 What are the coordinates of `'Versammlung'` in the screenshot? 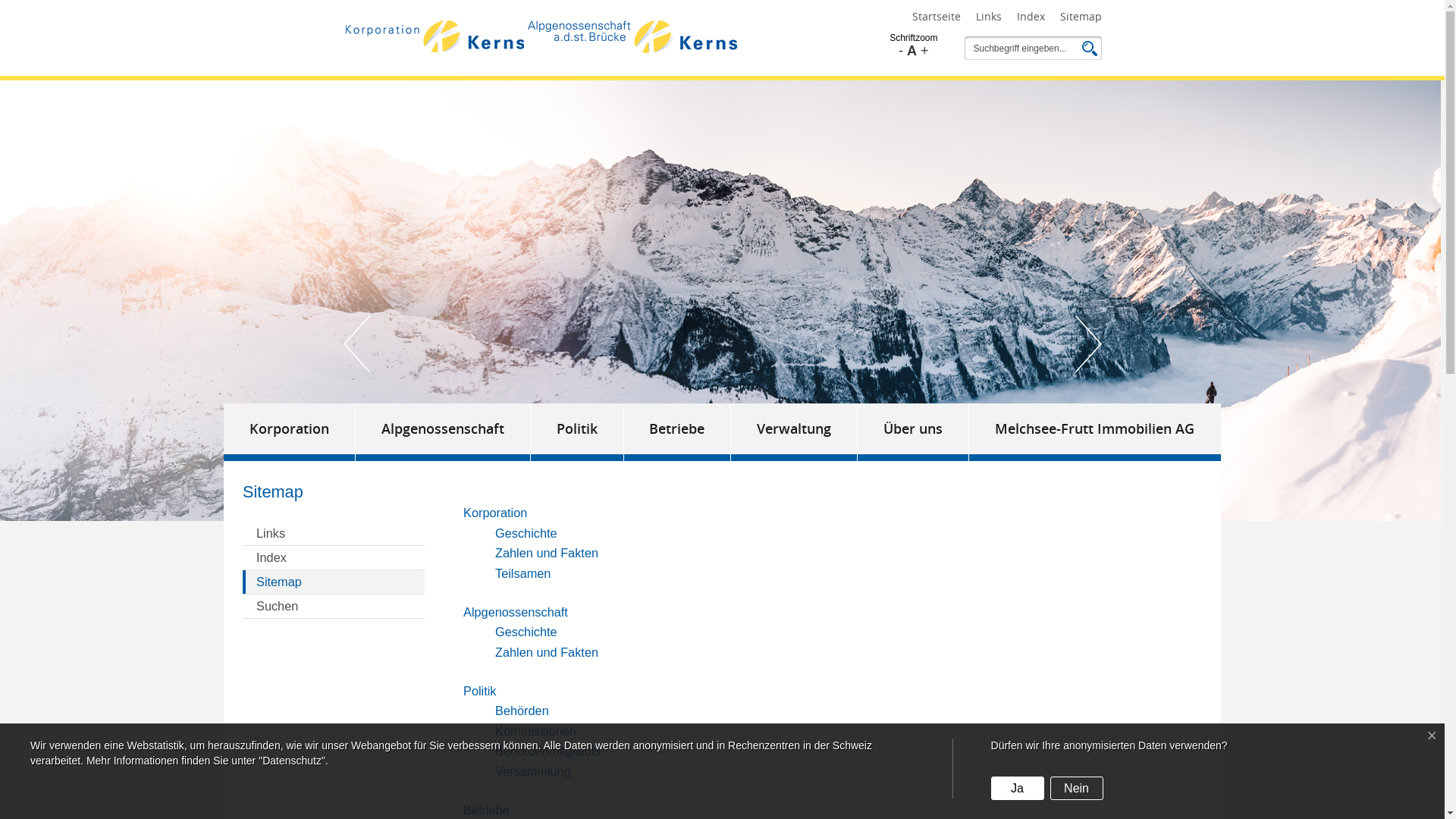 It's located at (494, 771).